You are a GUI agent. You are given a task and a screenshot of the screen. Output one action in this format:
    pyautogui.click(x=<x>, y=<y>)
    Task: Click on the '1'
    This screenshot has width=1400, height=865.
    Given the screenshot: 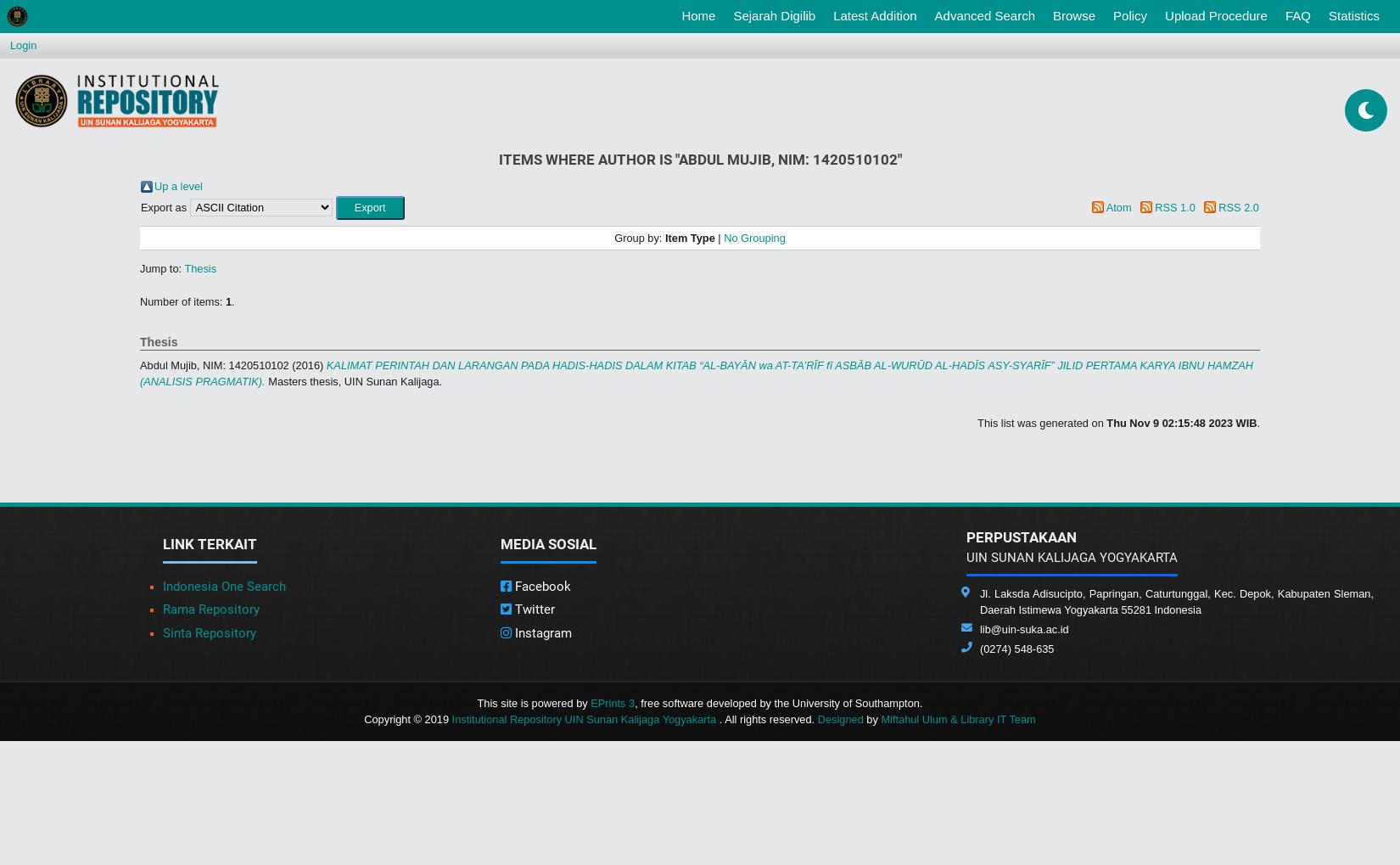 What is the action you would take?
    pyautogui.click(x=227, y=301)
    